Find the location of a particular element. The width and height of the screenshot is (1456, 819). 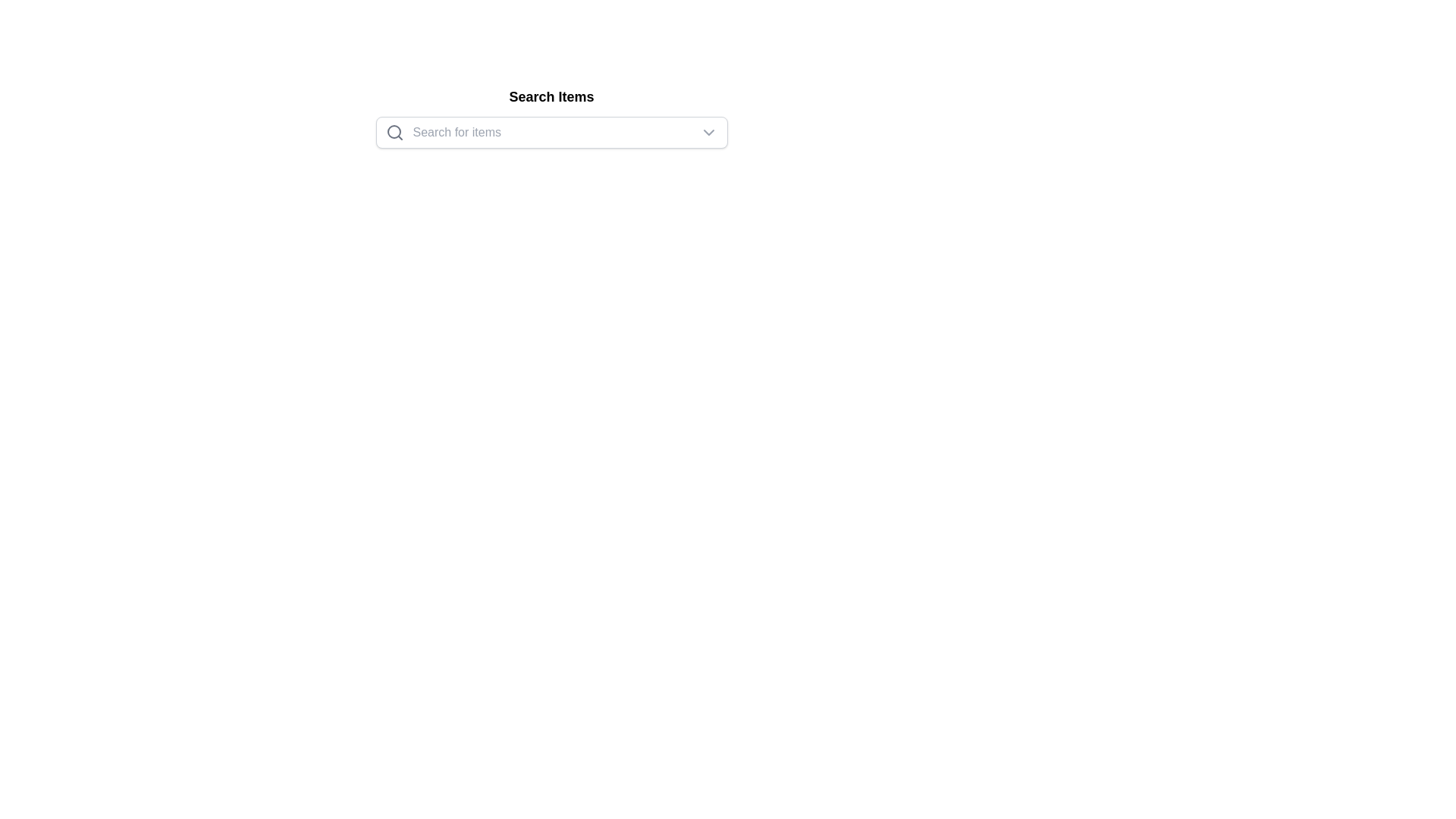

the chevron icon at the right end of the search bar is located at coordinates (708, 131).